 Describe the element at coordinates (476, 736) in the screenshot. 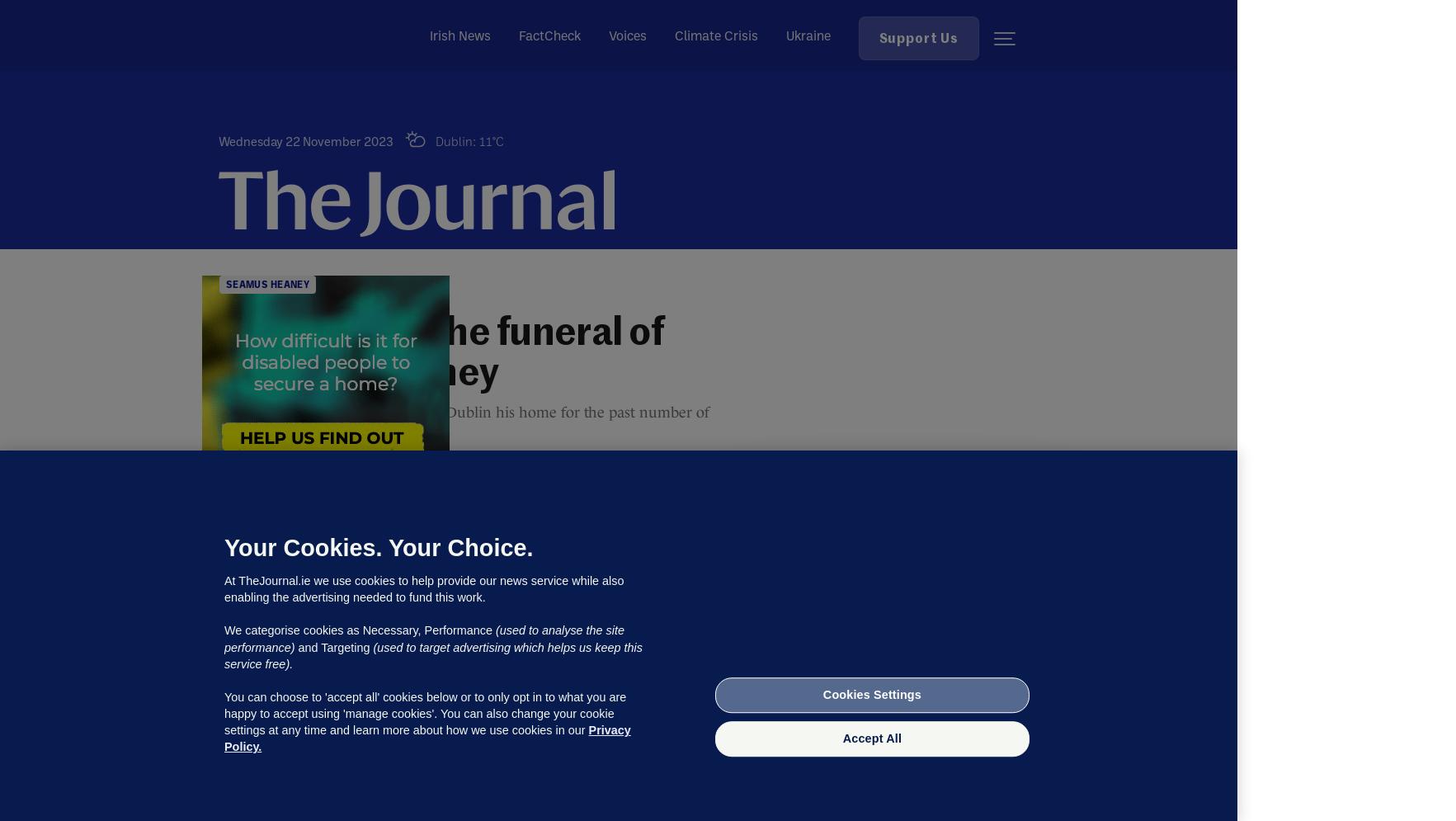

I see `'Below is a selection of images as Ireland said goodbye to one of its true literary greats.'` at that location.